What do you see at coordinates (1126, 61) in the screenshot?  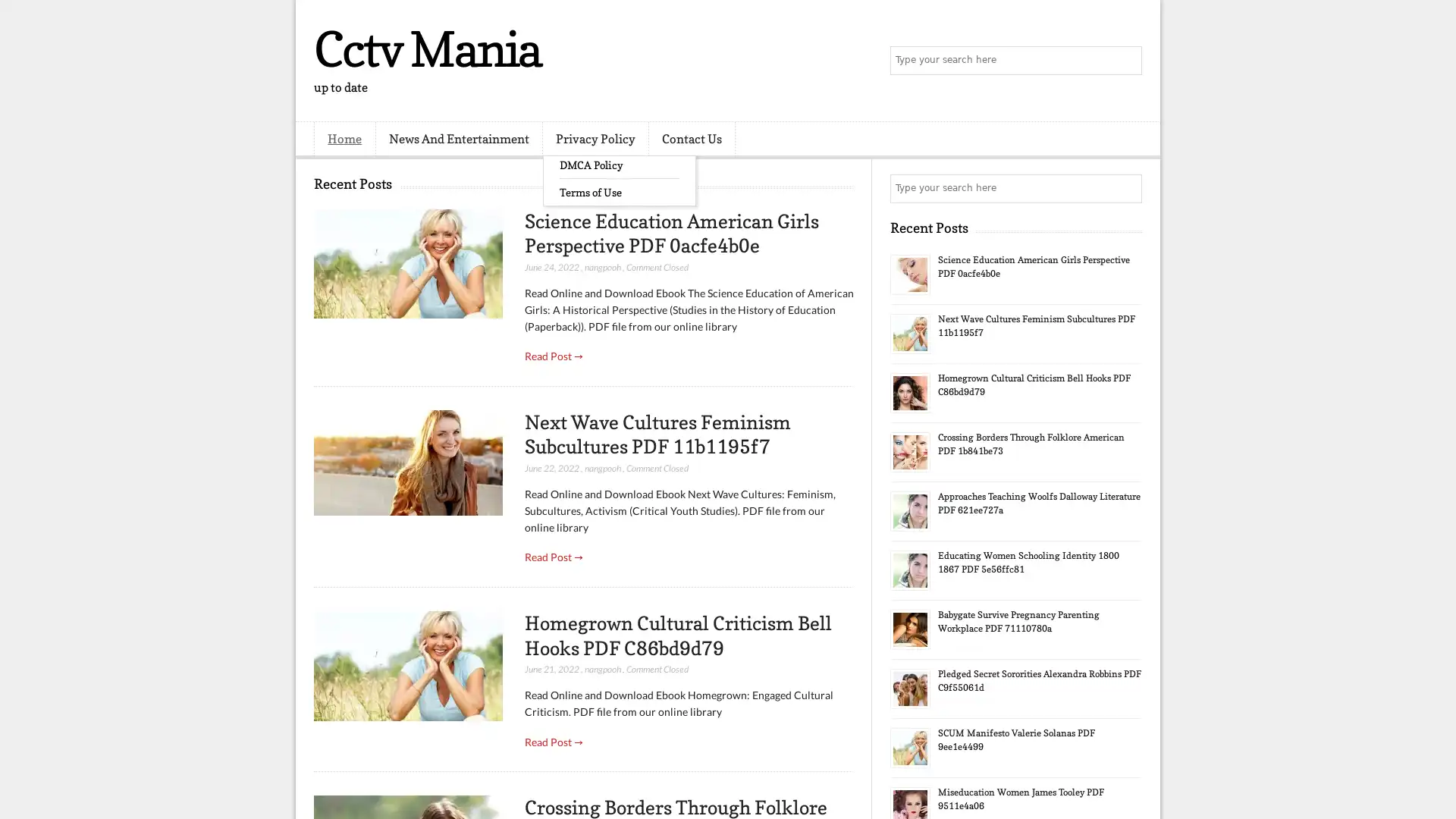 I see `Search` at bounding box center [1126, 61].